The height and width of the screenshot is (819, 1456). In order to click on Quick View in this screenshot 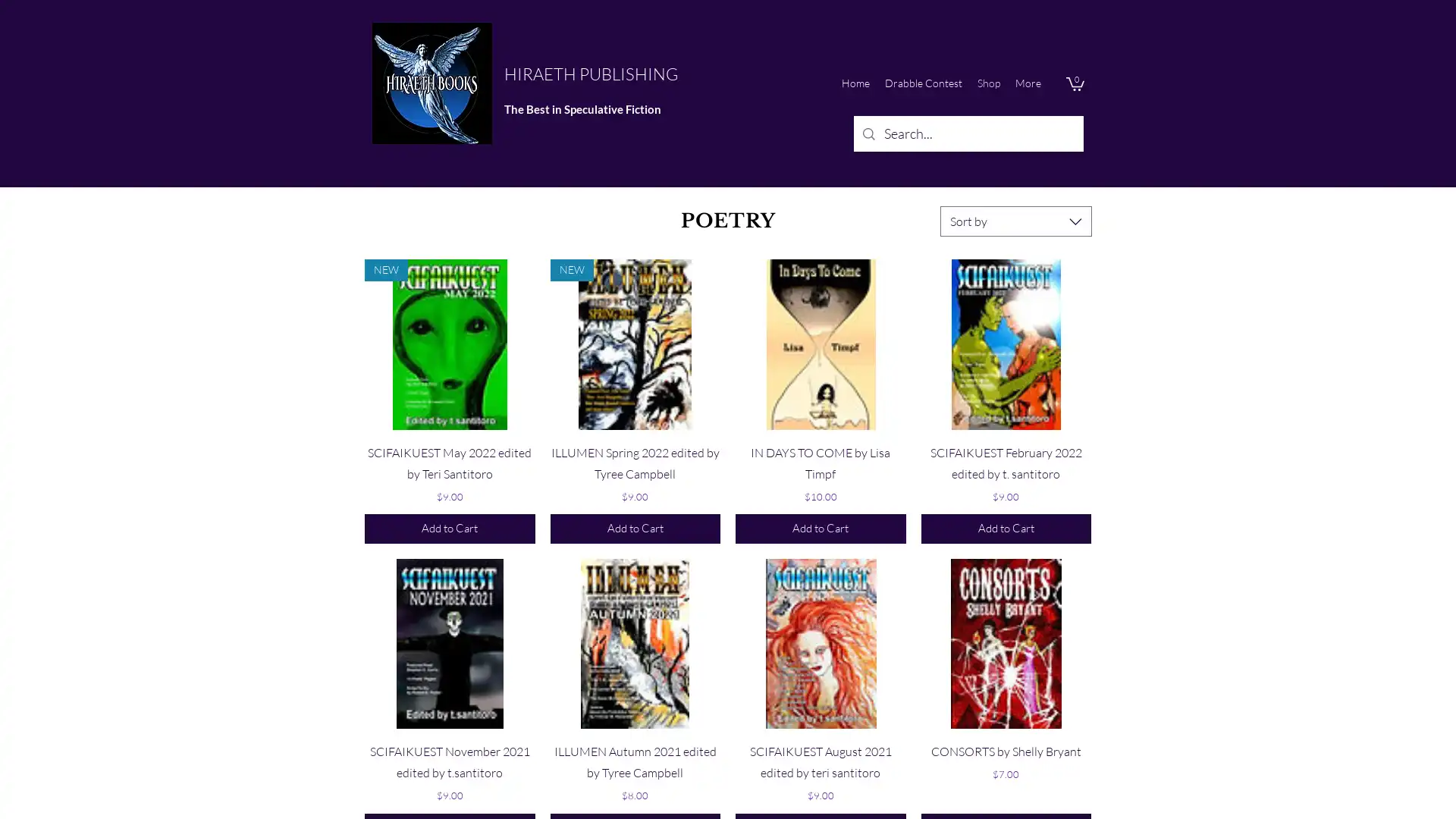, I will do `click(1006, 747)`.